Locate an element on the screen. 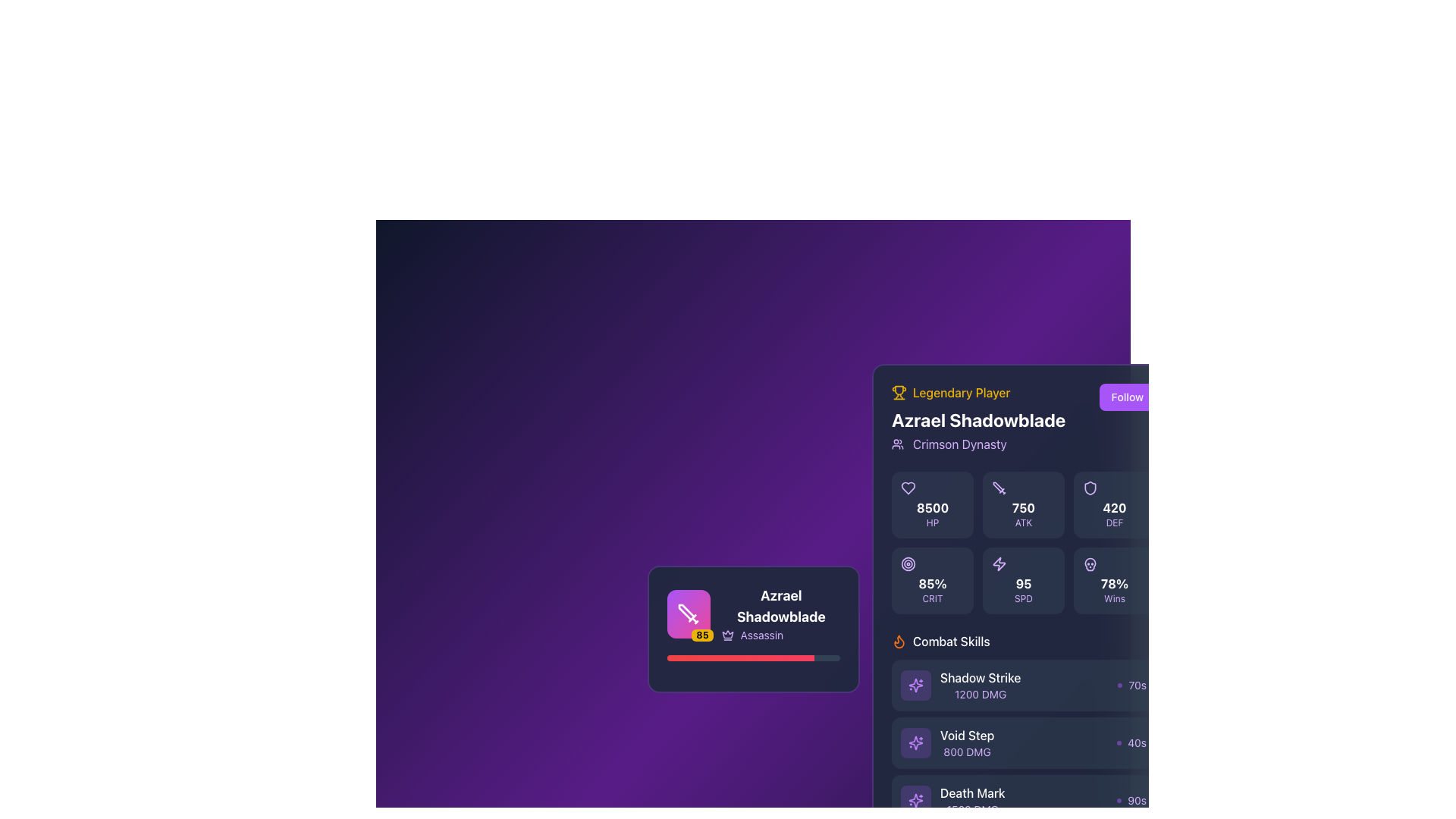  the progress bar located in the lower part of the left card displaying character's data, which serves as a visual progress indicator for metrics like experience or health is located at coordinates (740, 657).